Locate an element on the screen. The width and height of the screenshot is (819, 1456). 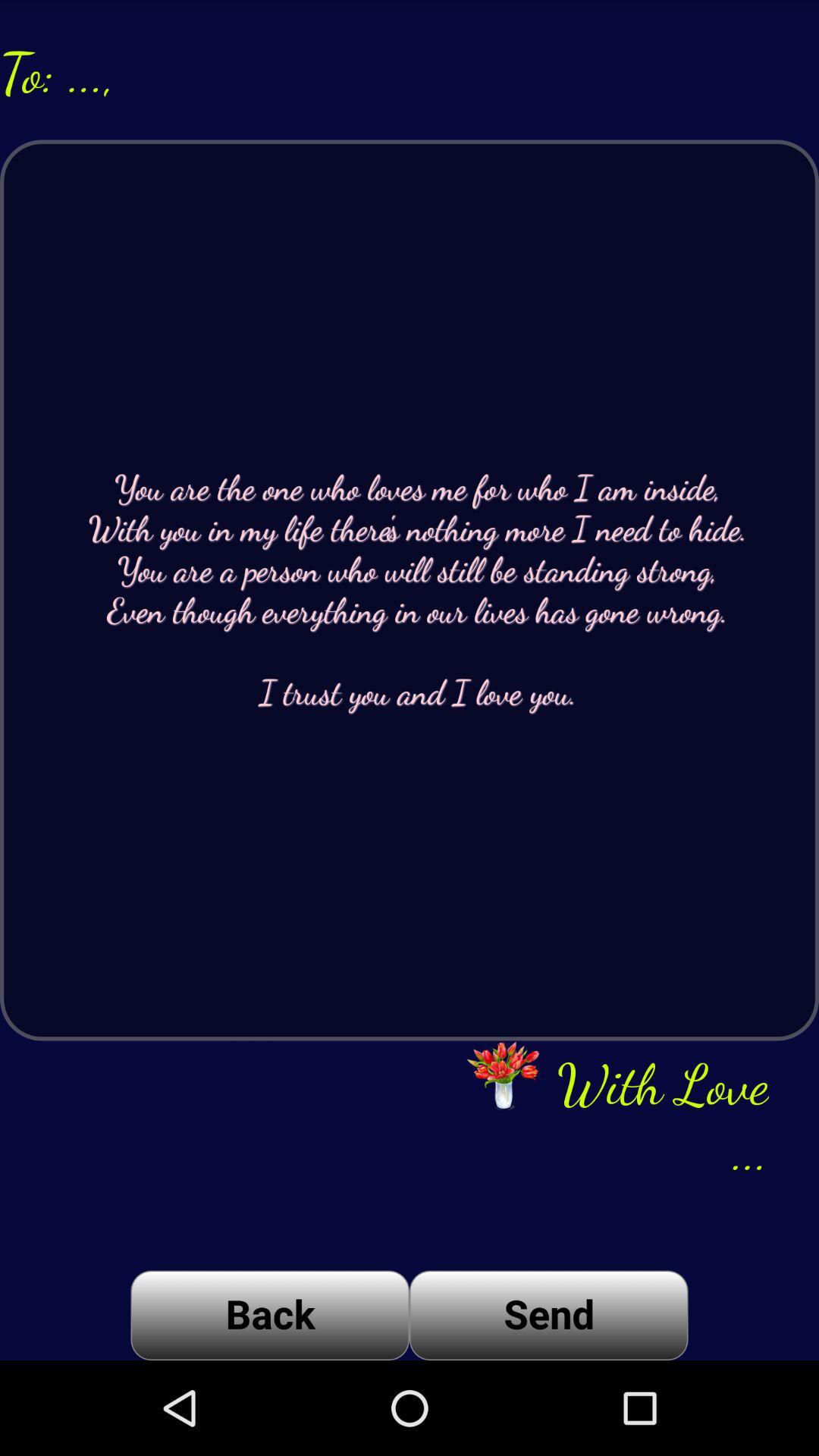
app below you are the is located at coordinates (269, 1314).